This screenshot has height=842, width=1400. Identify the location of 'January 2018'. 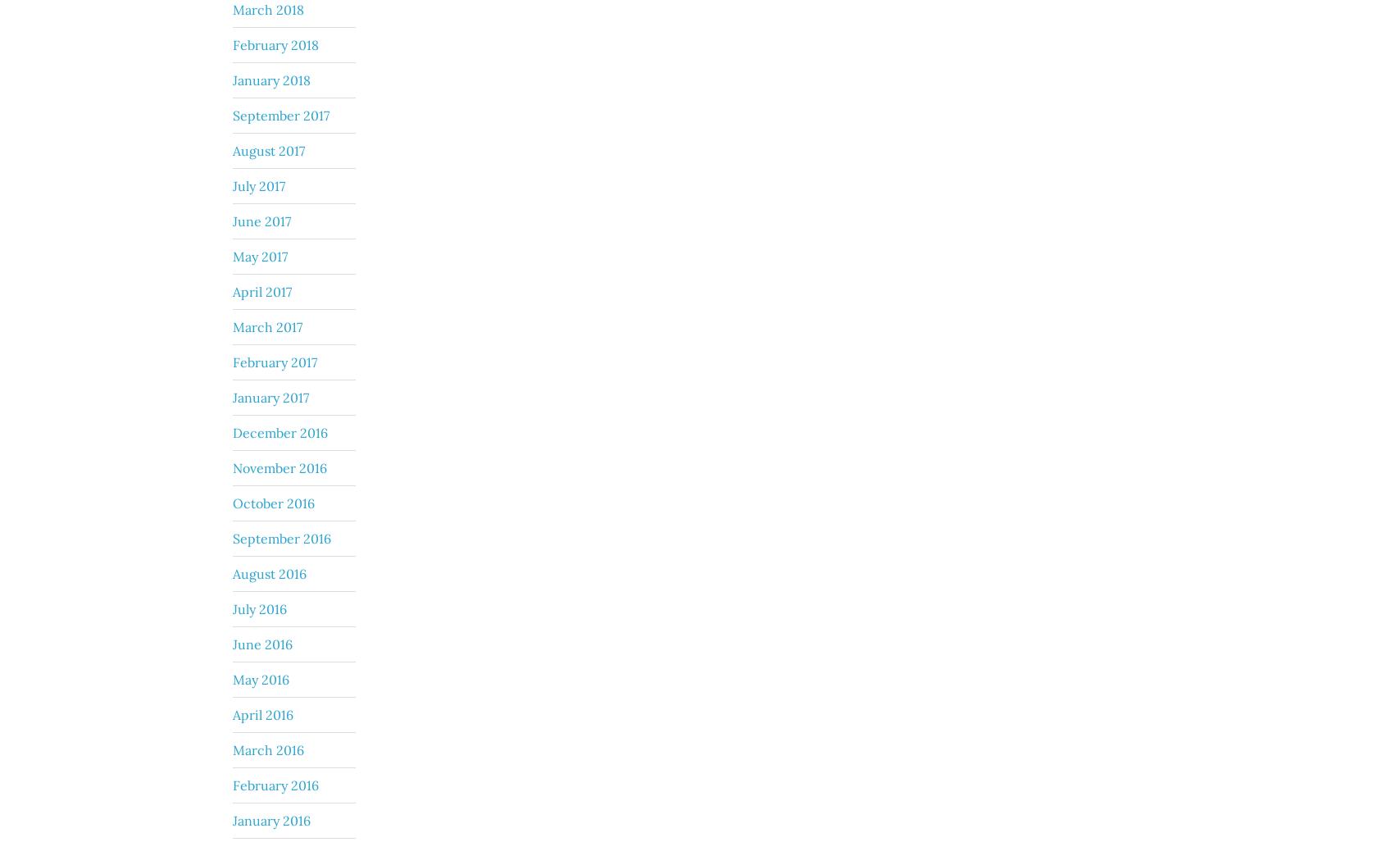
(271, 78).